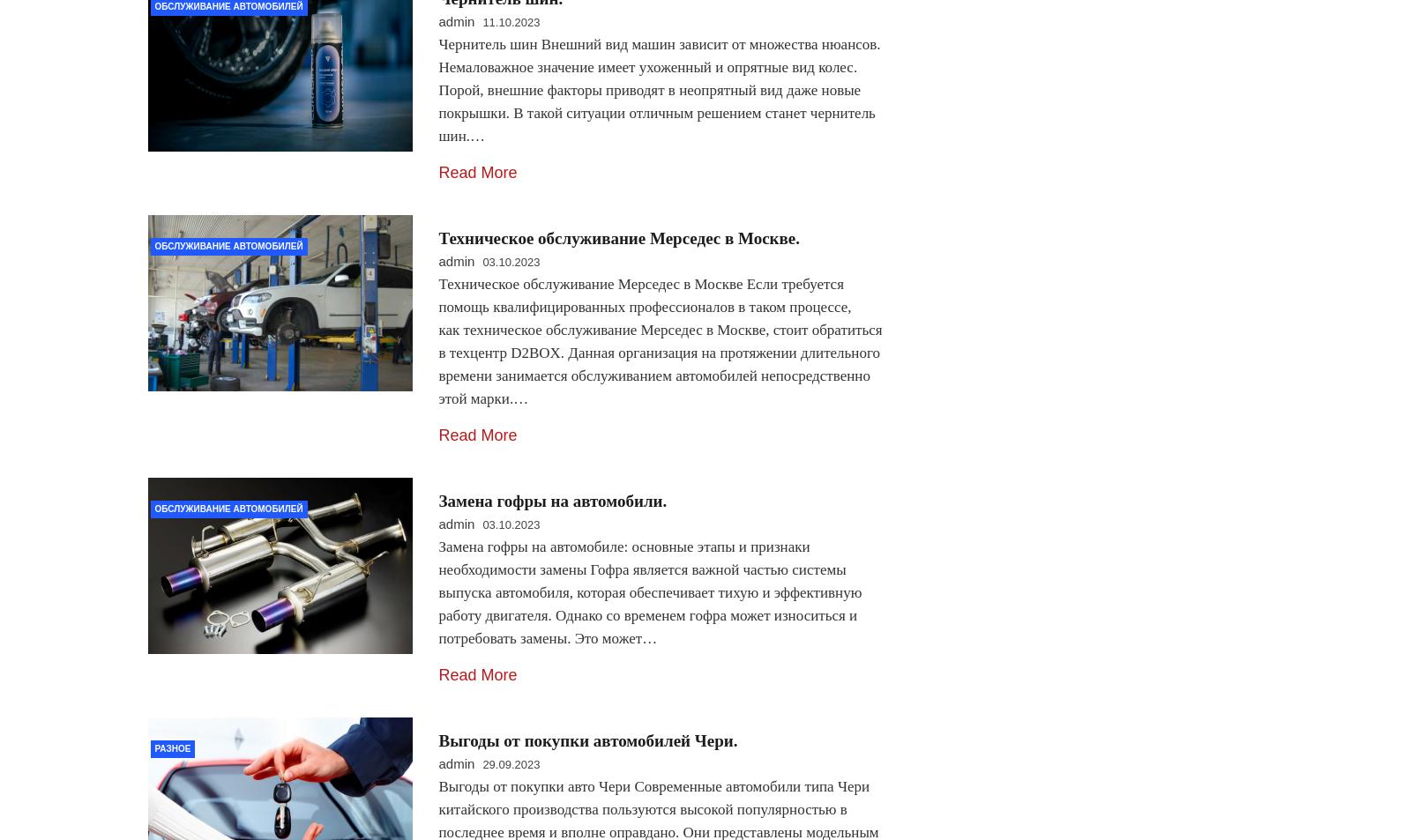 The height and width of the screenshot is (840, 1411). What do you see at coordinates (510, 764) in the screenshot?
I see `'29.09.2023'` at bounding box center [510, 764].